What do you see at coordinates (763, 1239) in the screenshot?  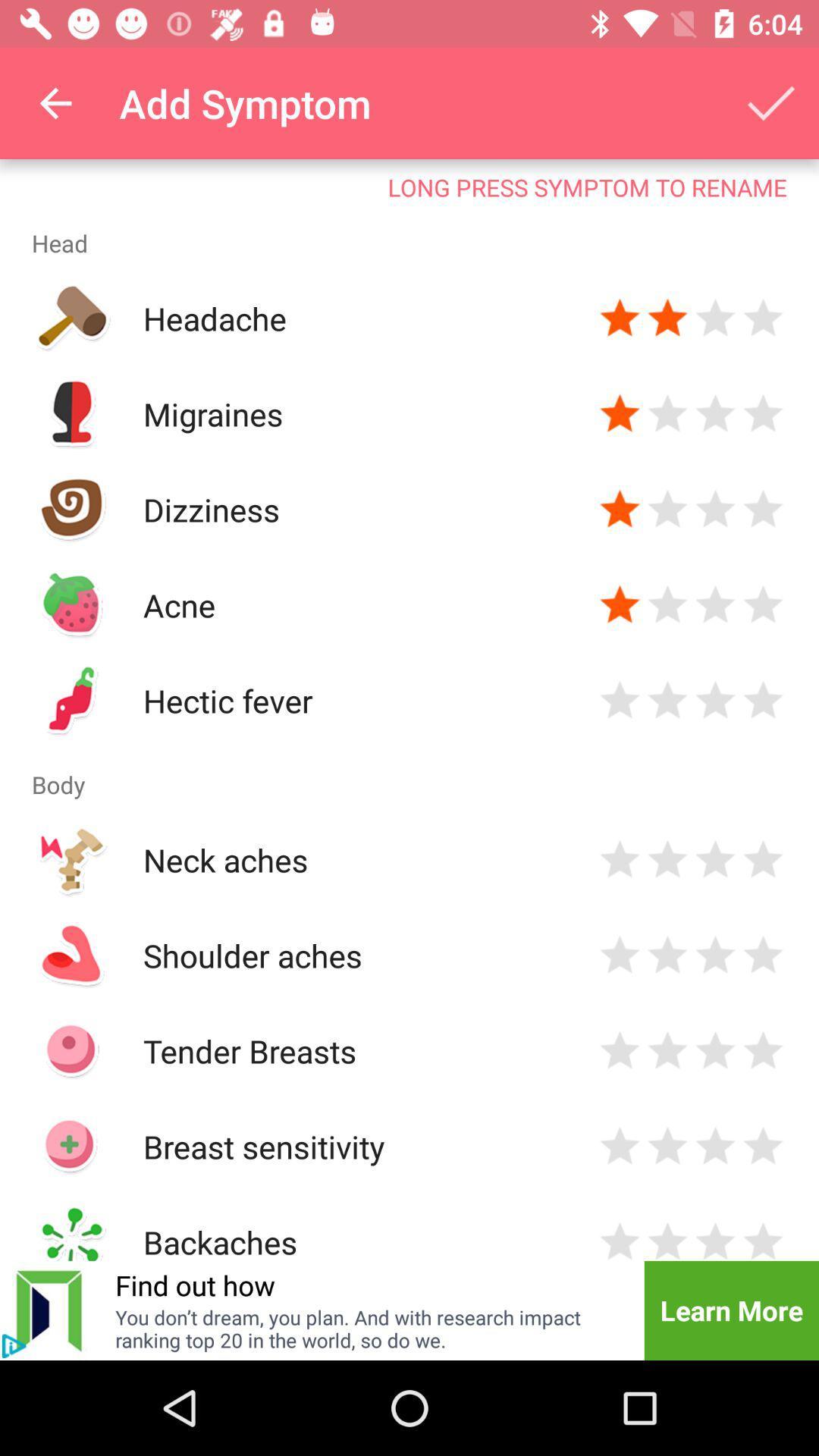 I see `option for rate` at bounding box center [763, 1239].